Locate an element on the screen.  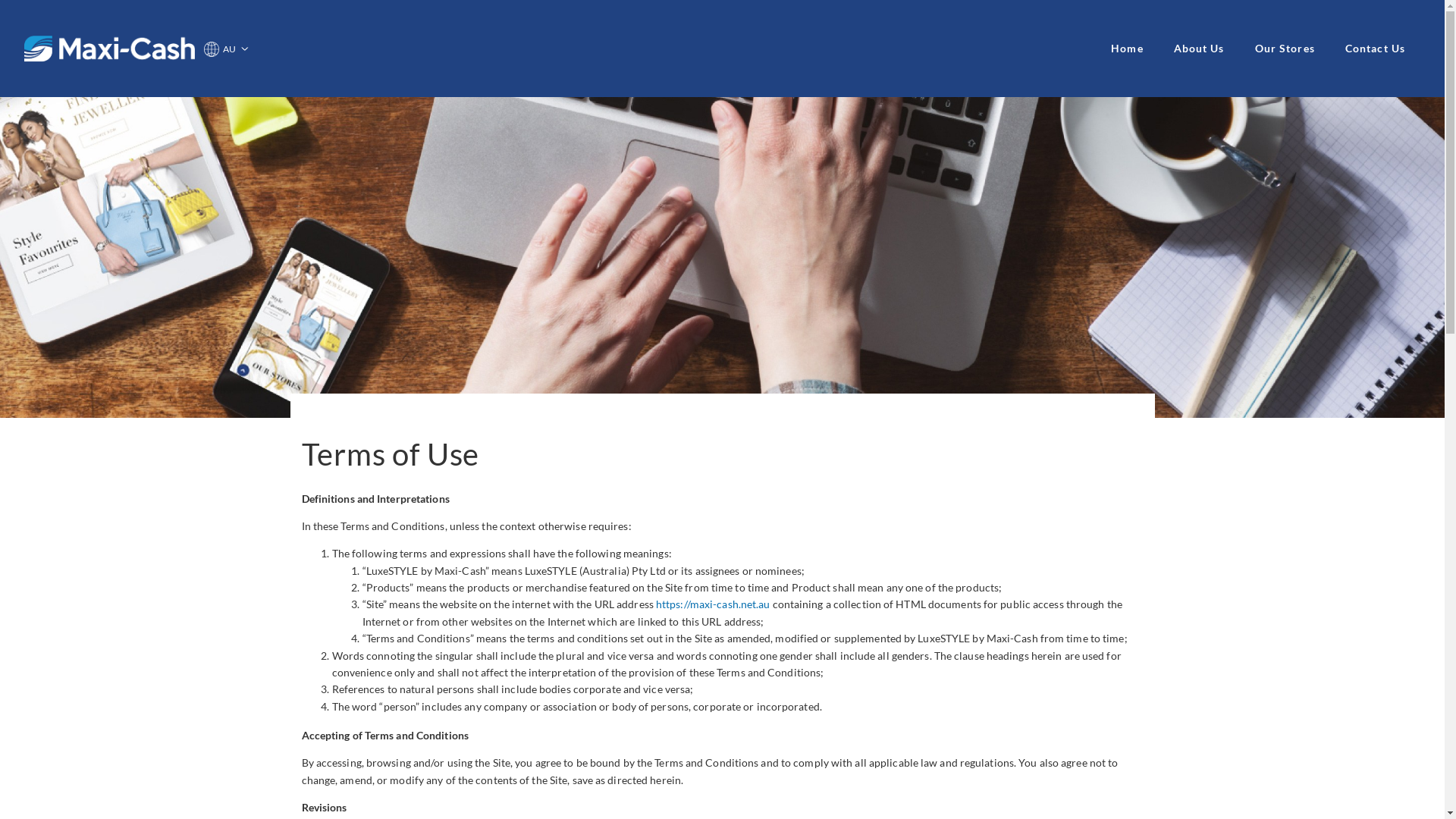
'https://maxi-cash.net.au' is located at coordinates (712, 603).